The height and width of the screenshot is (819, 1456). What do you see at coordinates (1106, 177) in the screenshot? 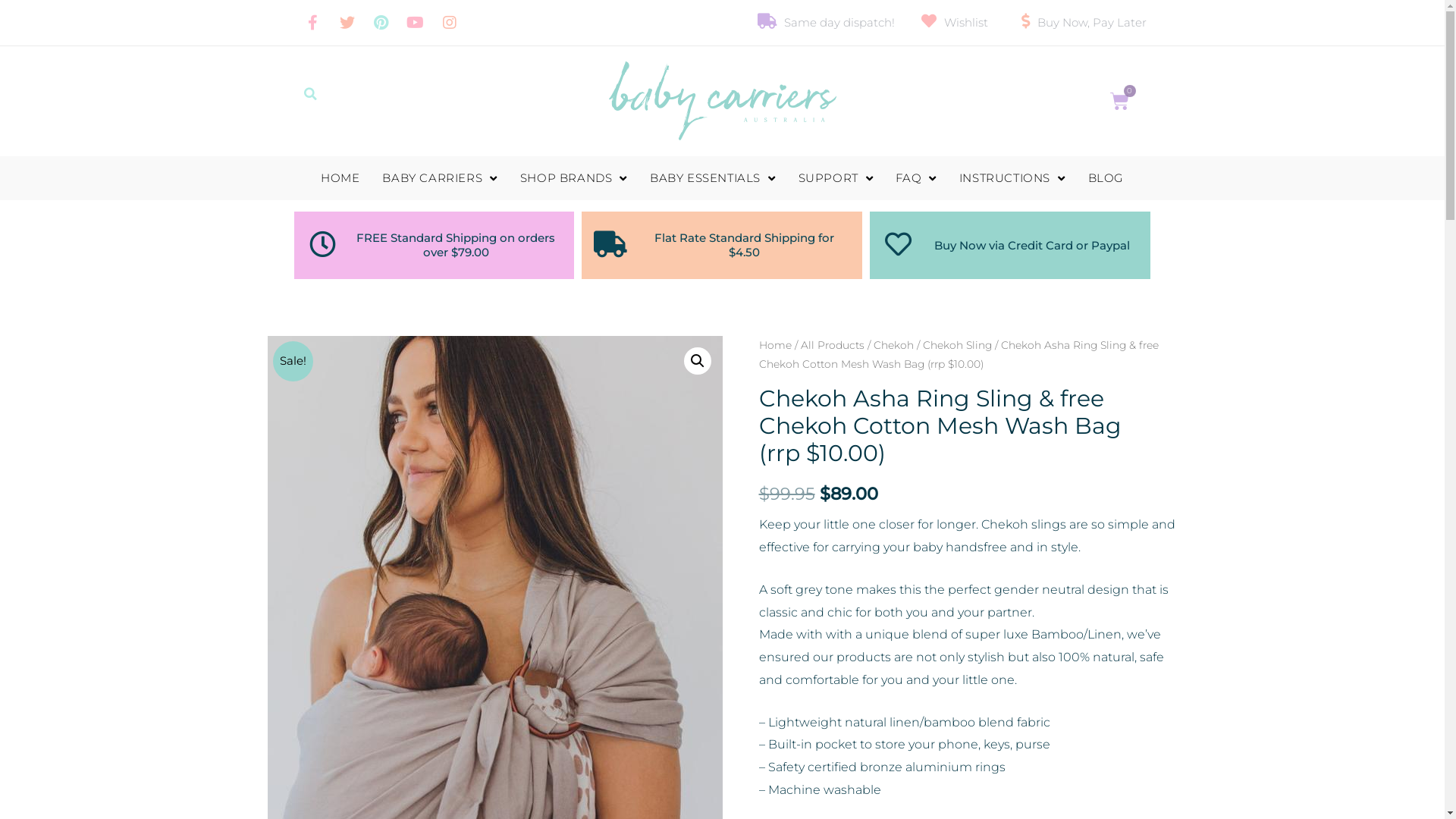
I see `'BLOG'` at bounding box center [1106, 177].